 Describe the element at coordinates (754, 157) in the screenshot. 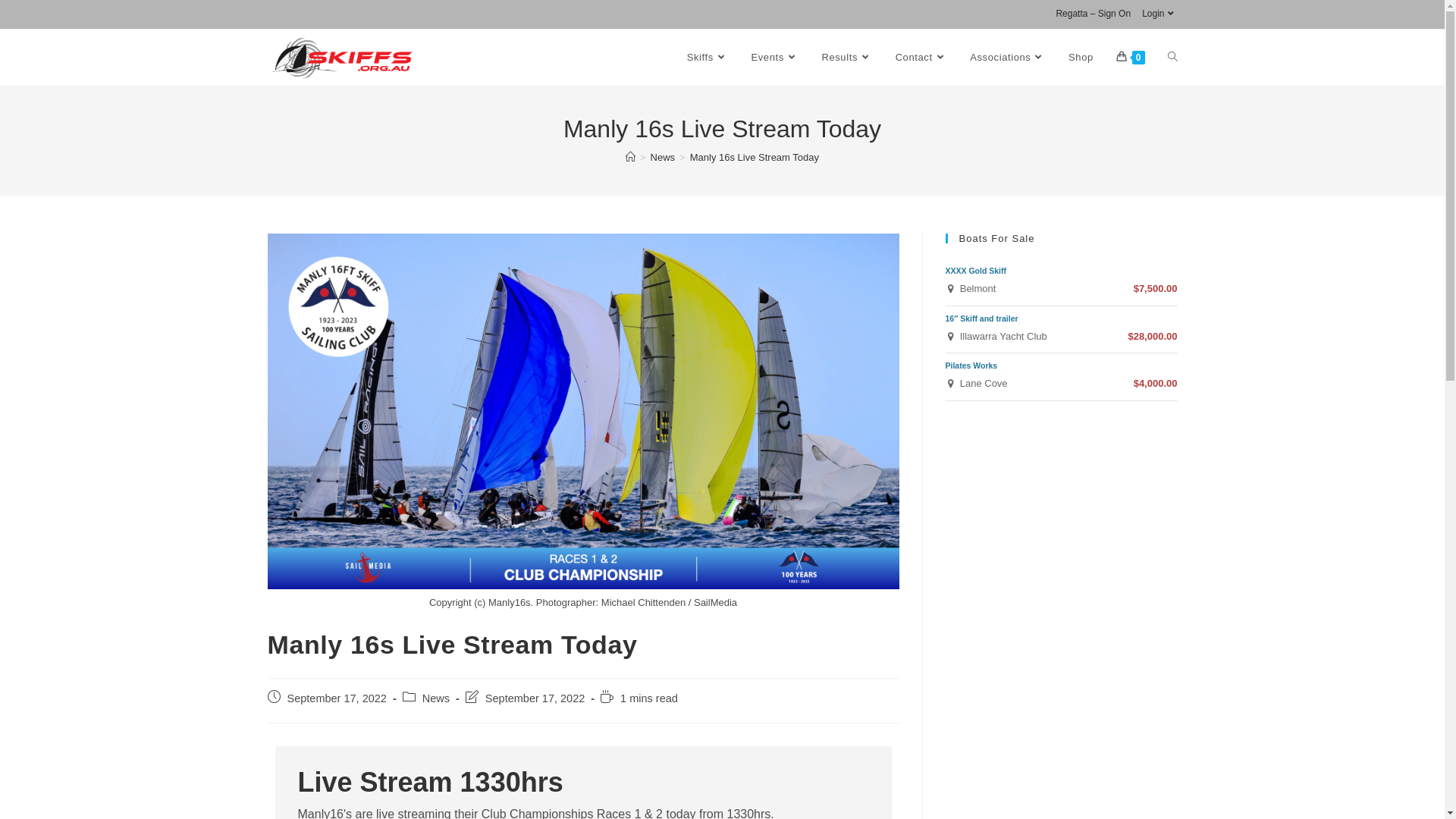

I see `'Manly 16s Live Stream Today'` at that location.